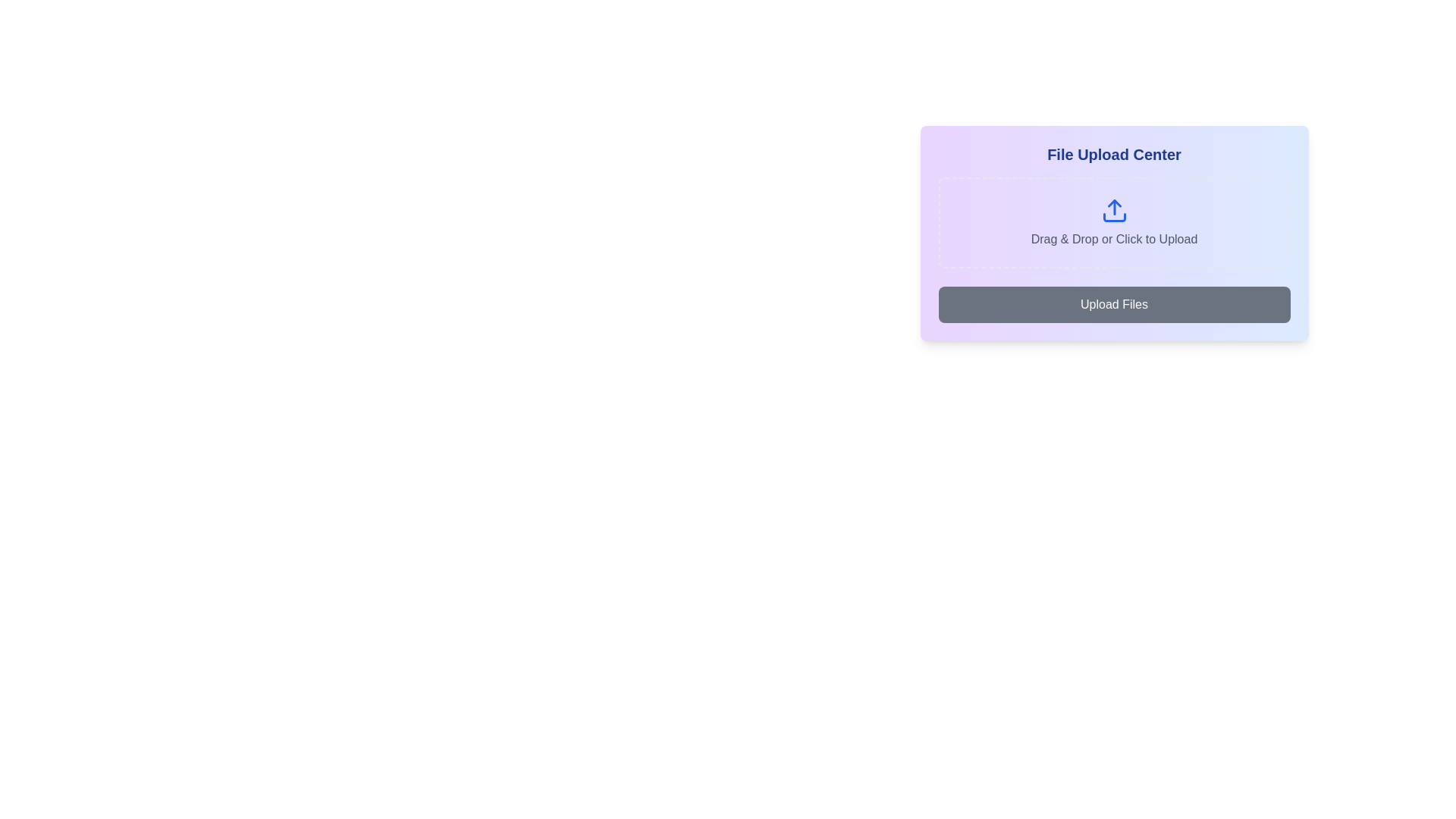 The image size is (1456, 819). Describe the element at coordinates (1114, 210) in the screenshot. I see `the upload icon, which is a blue graphical icon with an upward arrow inside a dashed area of the 'Drag & Drop or Click to Upload' box` at that location.